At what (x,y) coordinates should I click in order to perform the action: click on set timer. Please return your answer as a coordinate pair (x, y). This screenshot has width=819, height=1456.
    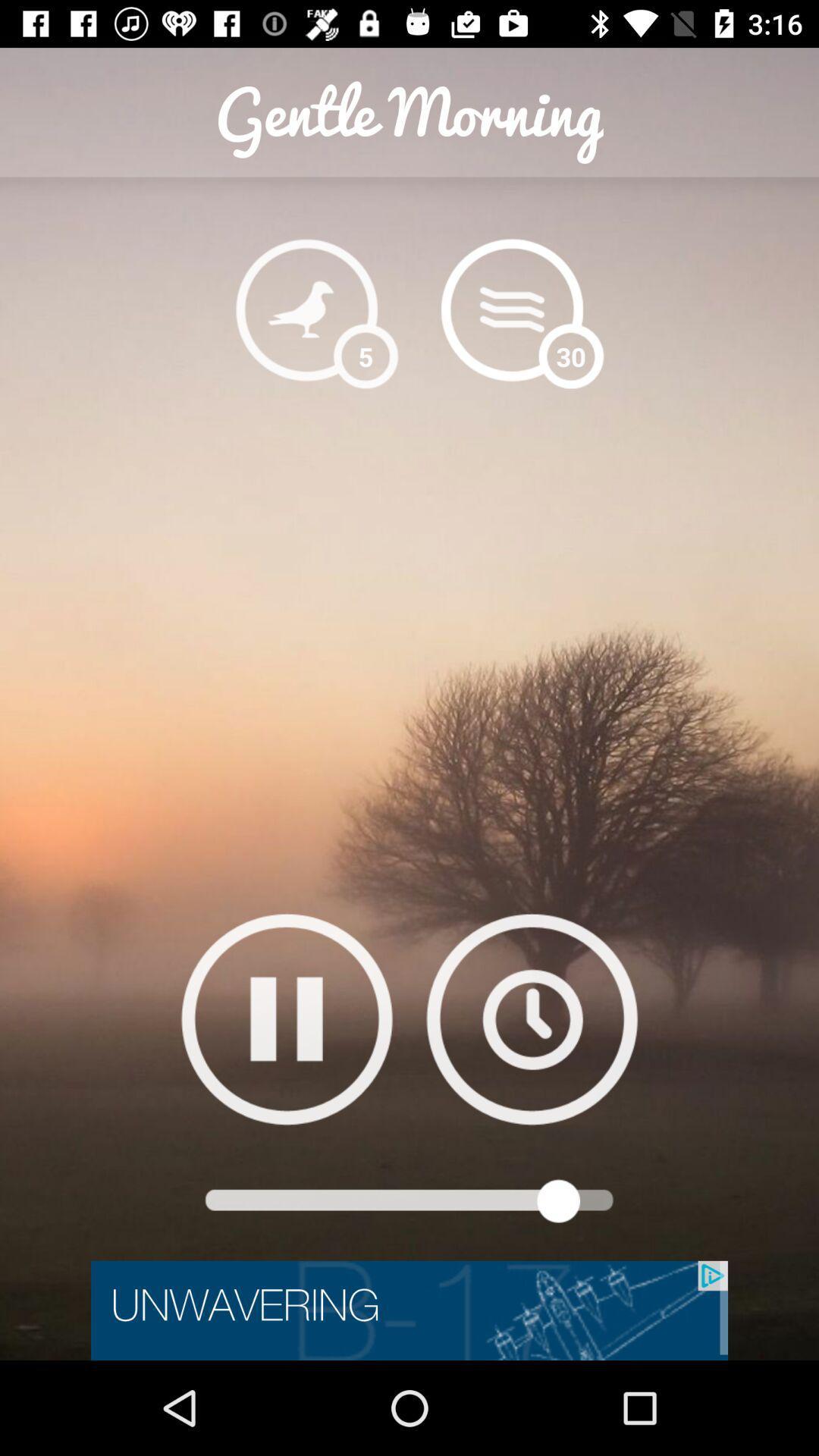
    Looking at the image, I should click on (531, 1018).